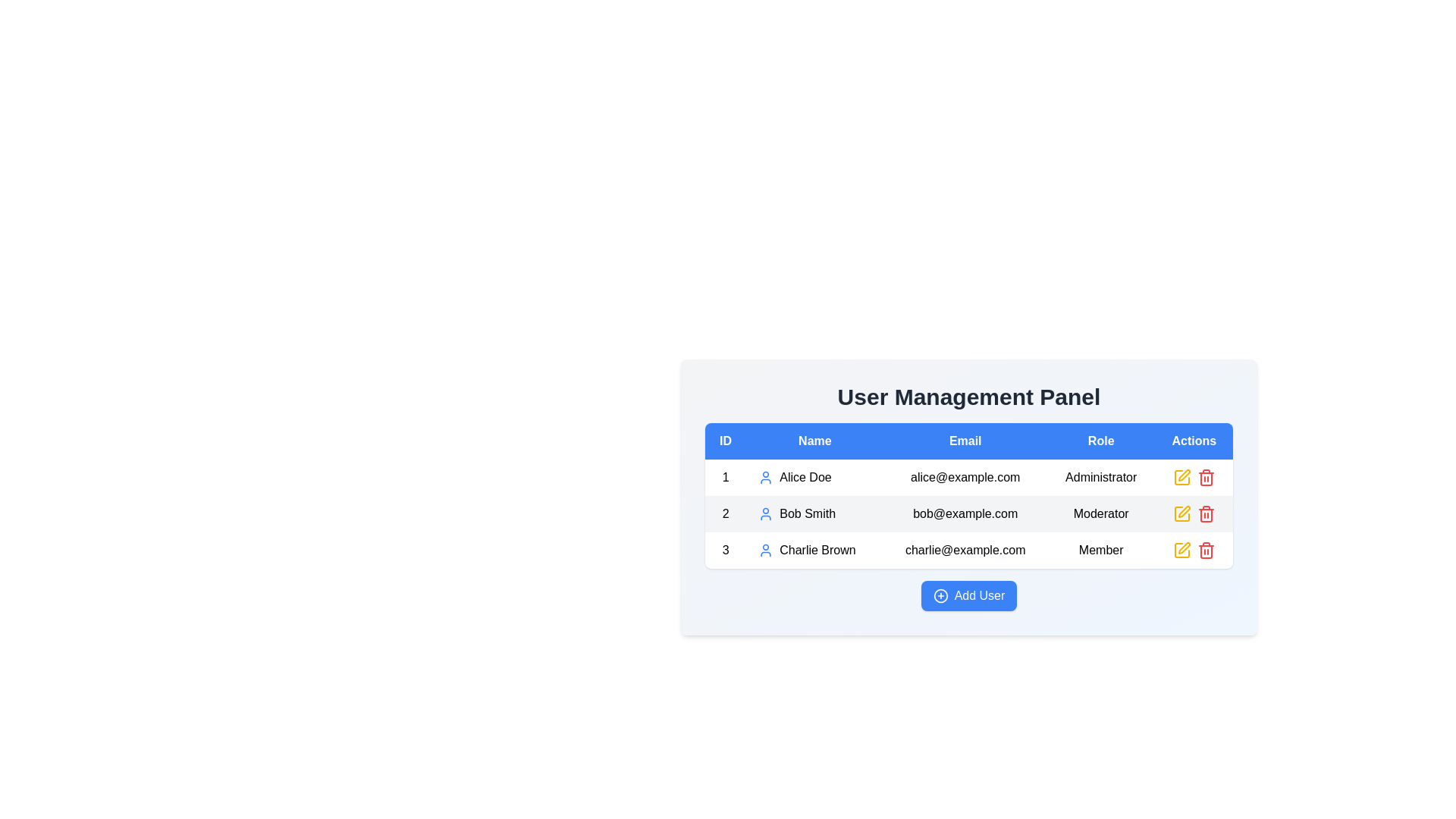 This screenshot has height=819, width=1456. What do you see at coordinates (814, 550) in the screenshot?
I see `the user identity element for 'Charlie Brown', which is represented by an icon-text combination in the user management panel, located in the second column of the third row under the 'Name' header` at bounding box center [814, 550].